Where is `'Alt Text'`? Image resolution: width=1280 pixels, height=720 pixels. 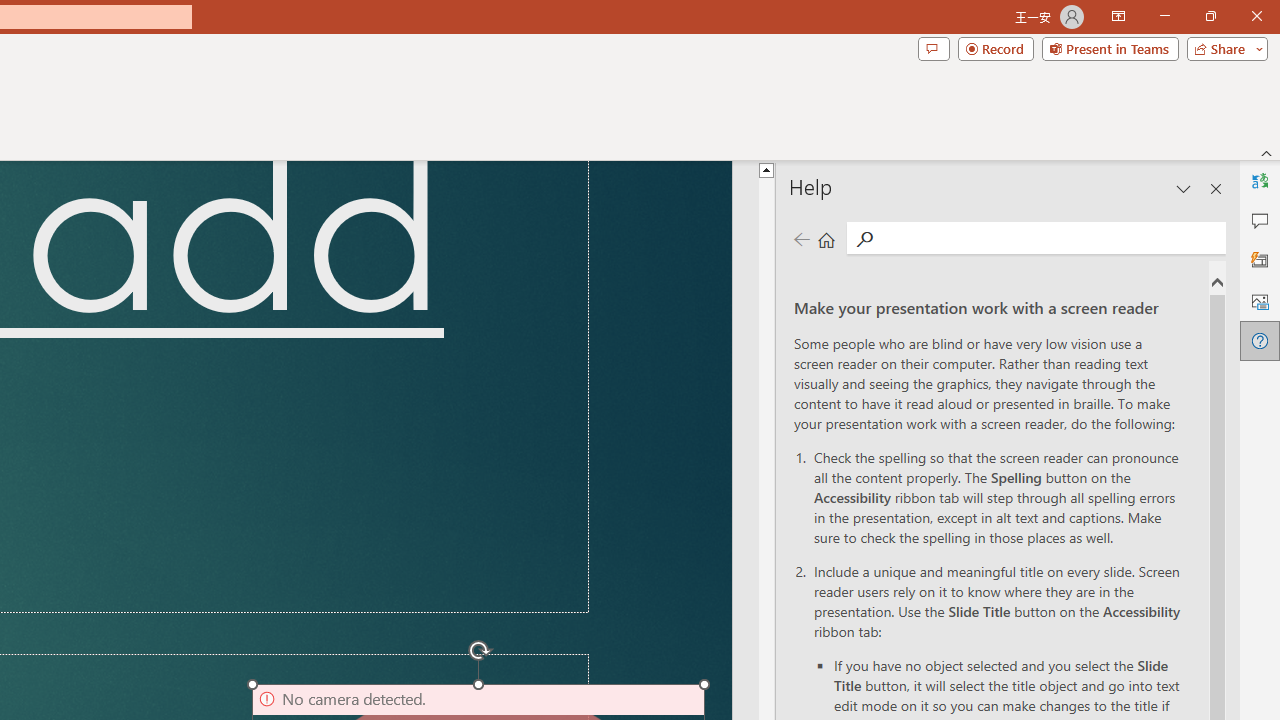
'Alt Text' is located at coordinates (1259, 300).